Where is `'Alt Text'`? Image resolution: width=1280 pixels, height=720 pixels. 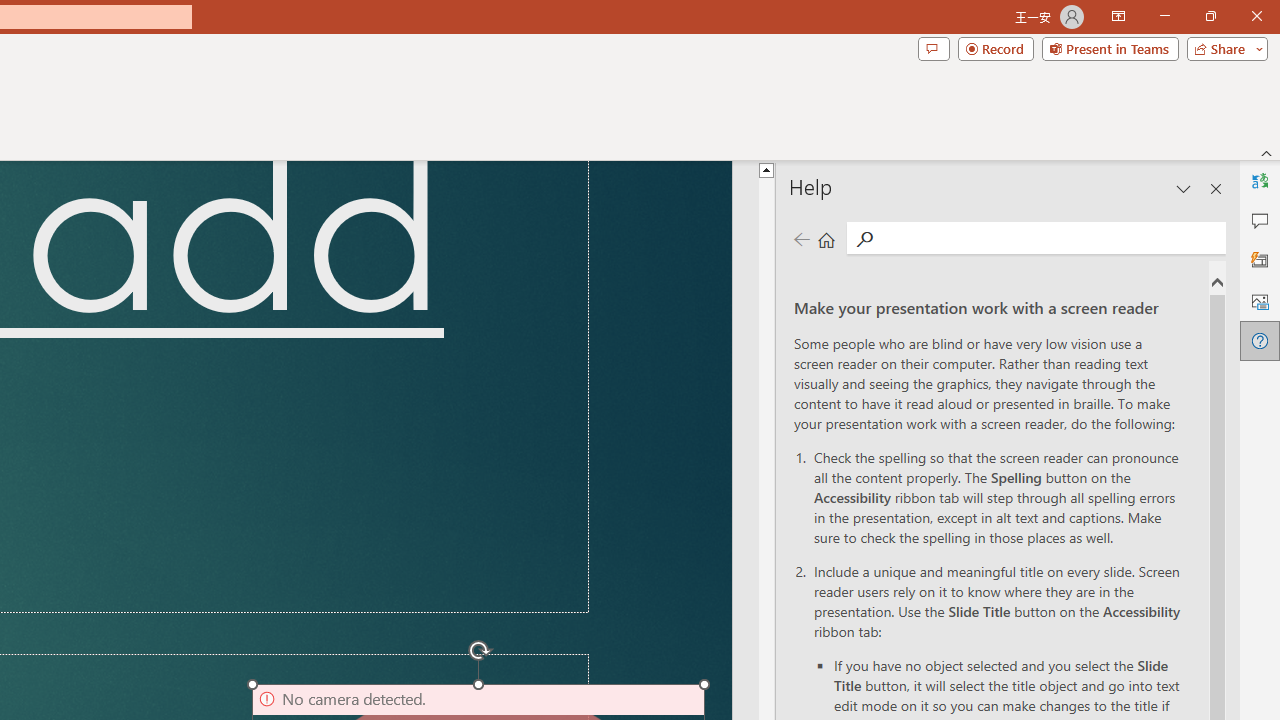
'Alt Text' is located at coordinates (1259, 300).